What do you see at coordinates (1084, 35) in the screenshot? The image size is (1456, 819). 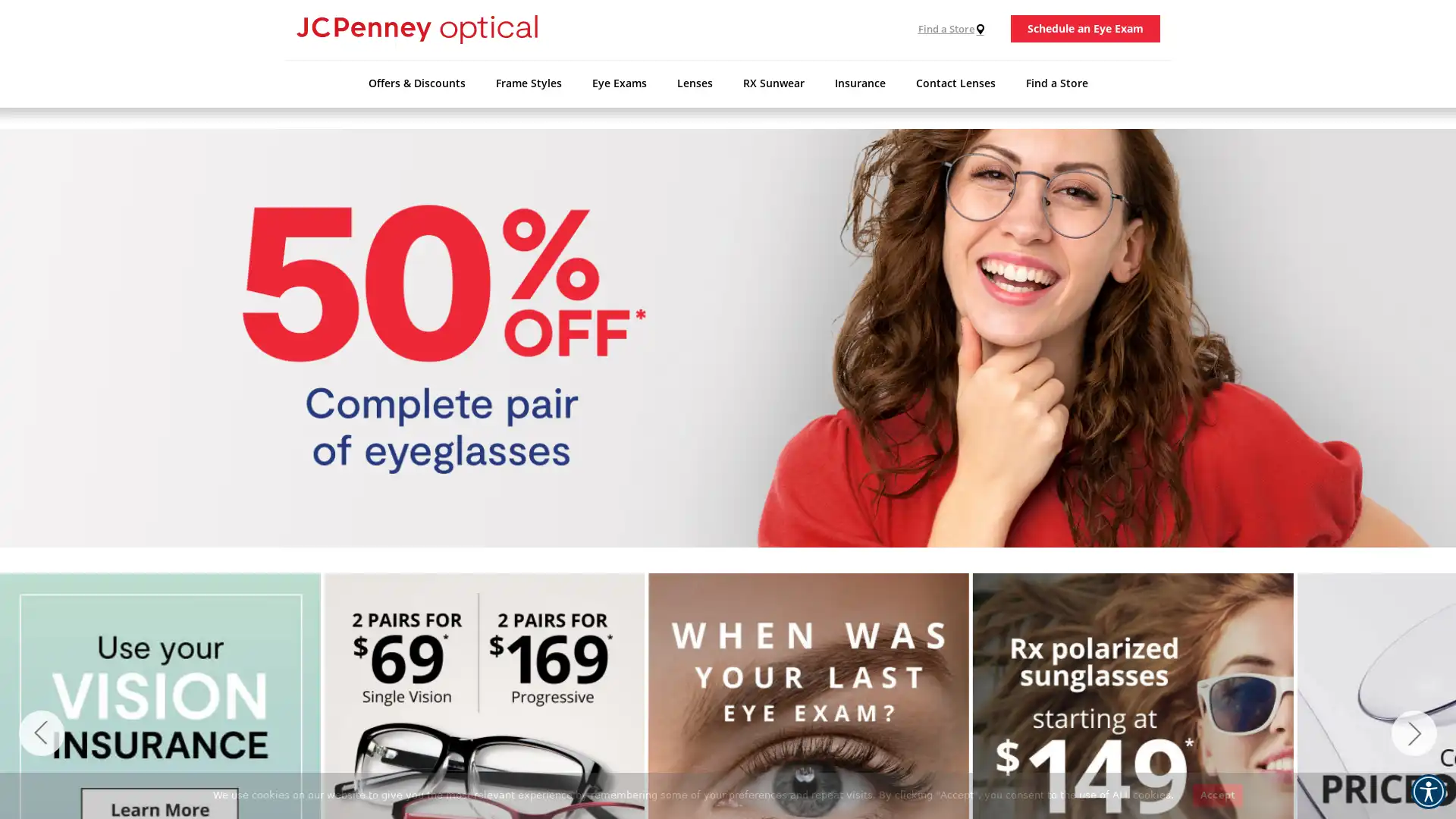 I see `Schedule an Eye Exam` at bounding box center [1084, 35].